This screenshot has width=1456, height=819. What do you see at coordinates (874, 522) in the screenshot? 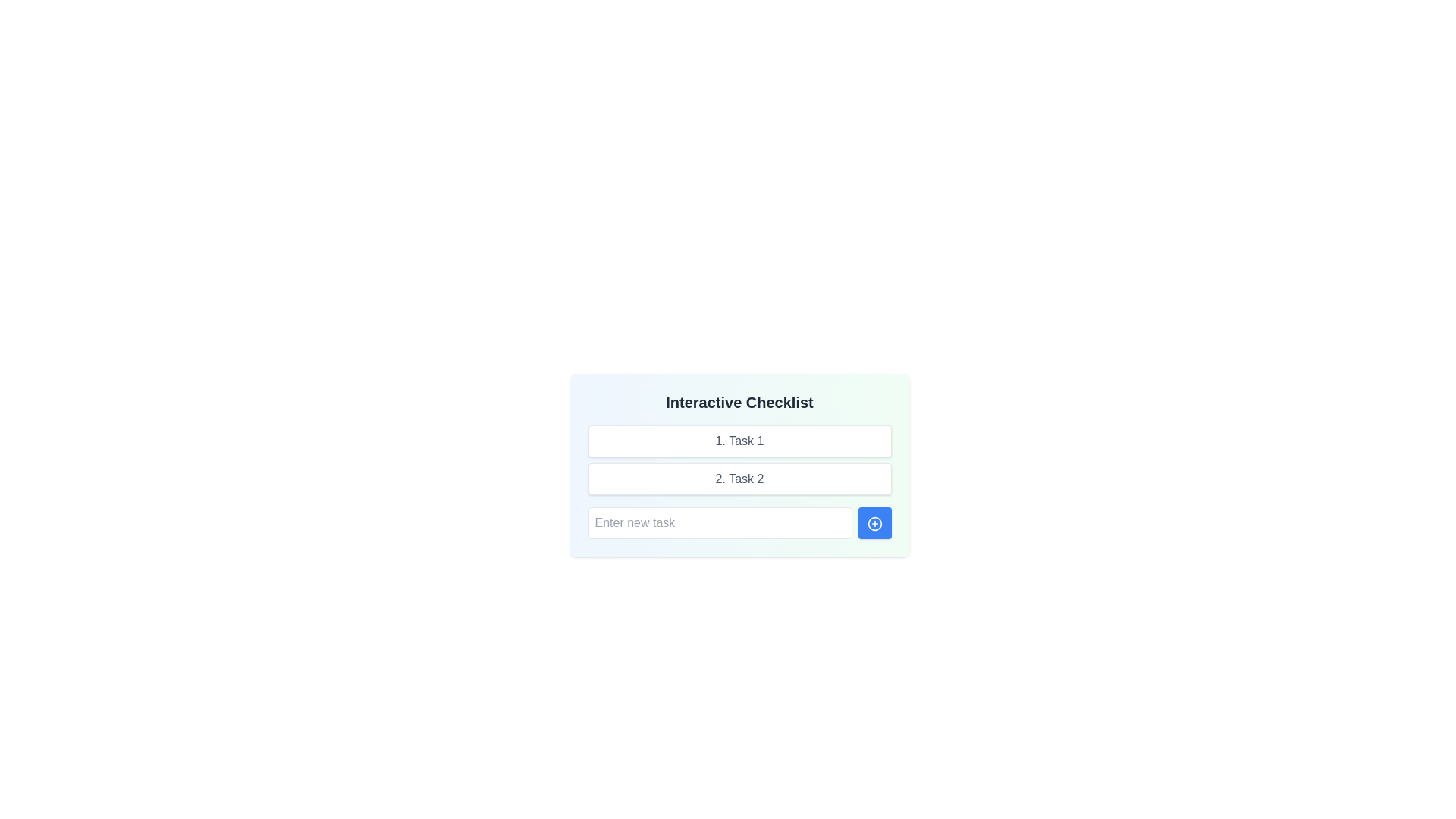
I see `the 'add task' button within the checklist interface, located adjacent to the text input field` at bounding box center [874, 522].